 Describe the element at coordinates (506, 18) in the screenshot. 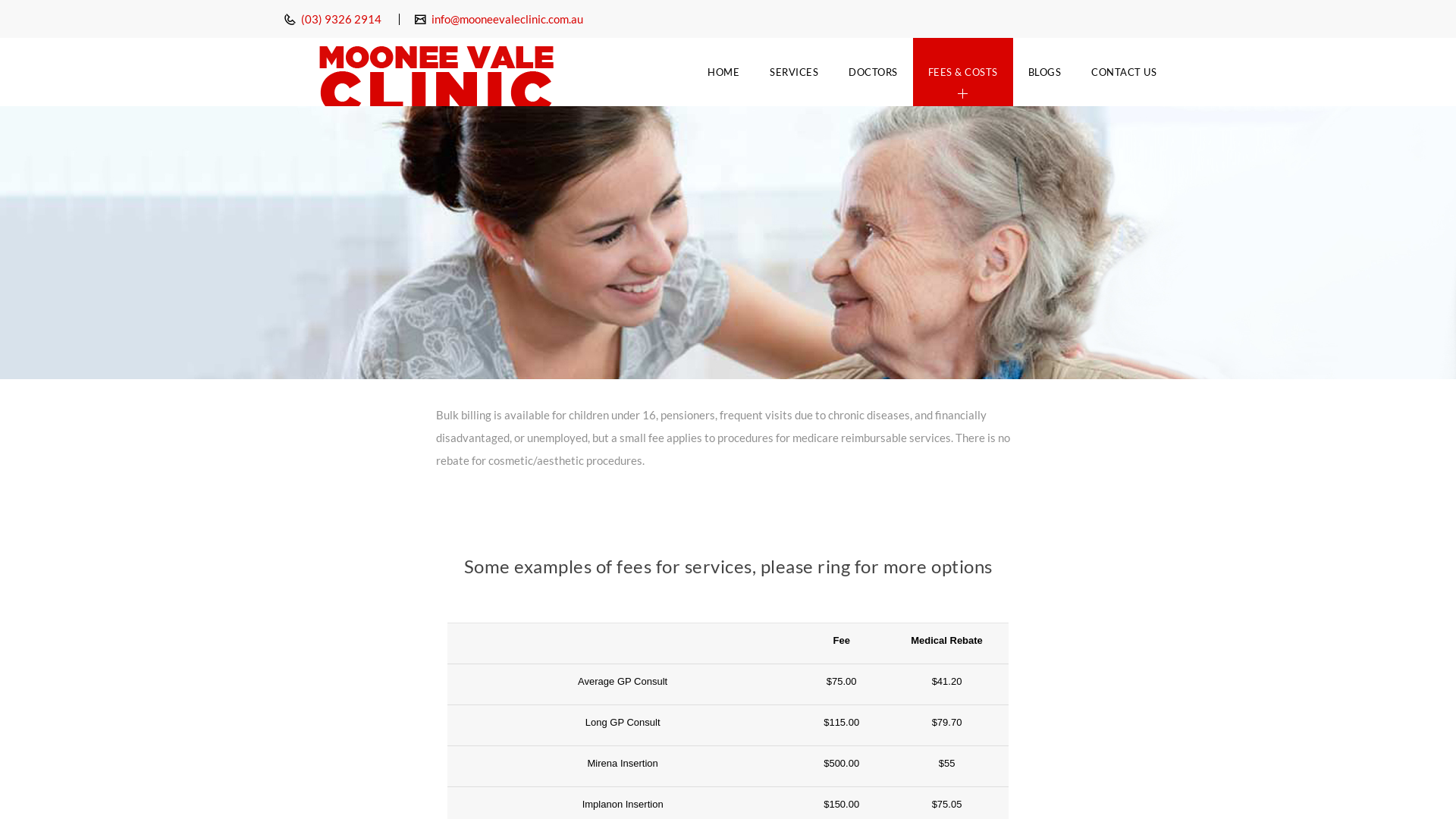

I see `'info@mooneevaleclinic.com.au'` at that location.